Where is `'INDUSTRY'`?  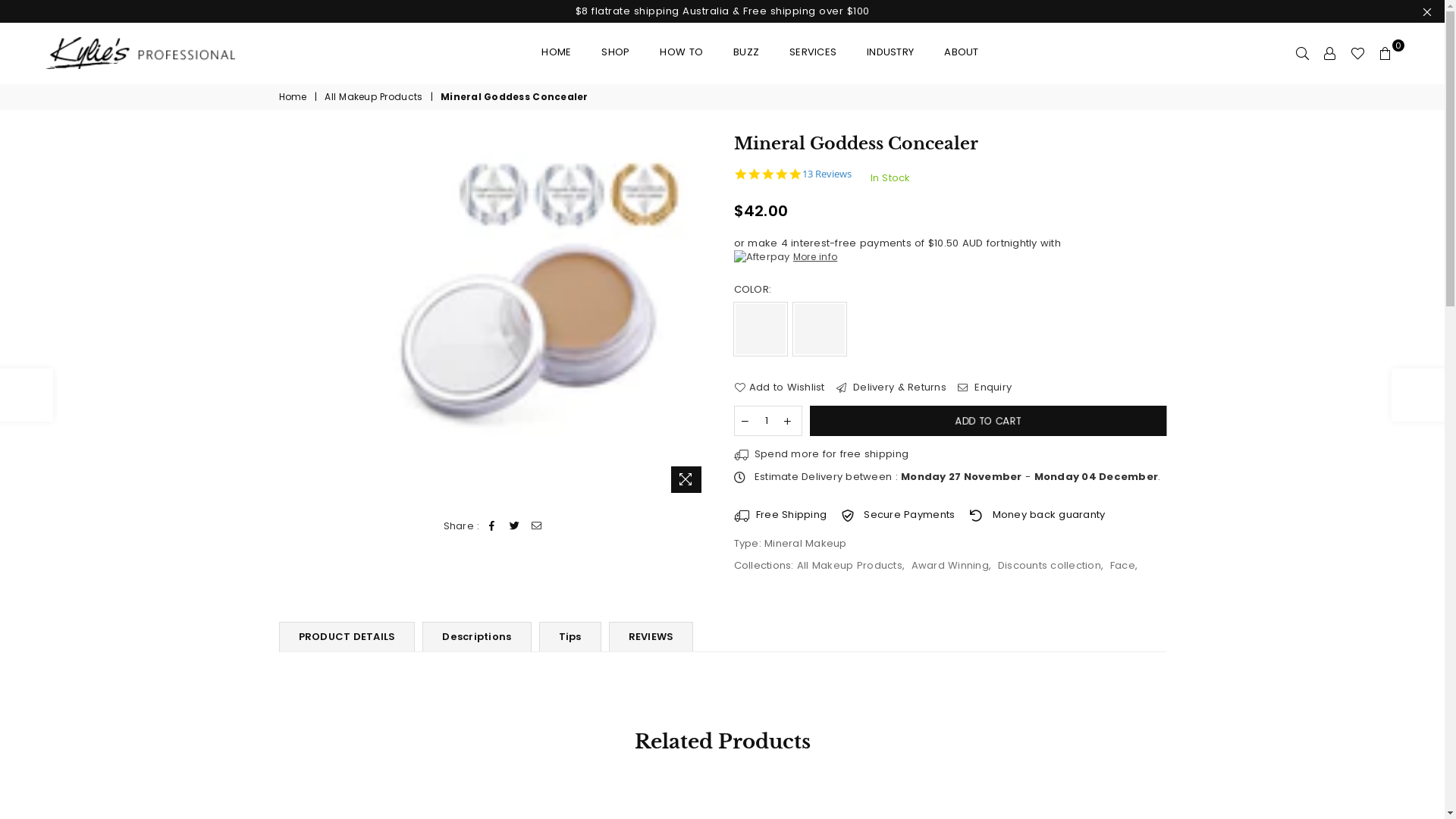
'INDUSTRY' is located at coordinates (890, 52).